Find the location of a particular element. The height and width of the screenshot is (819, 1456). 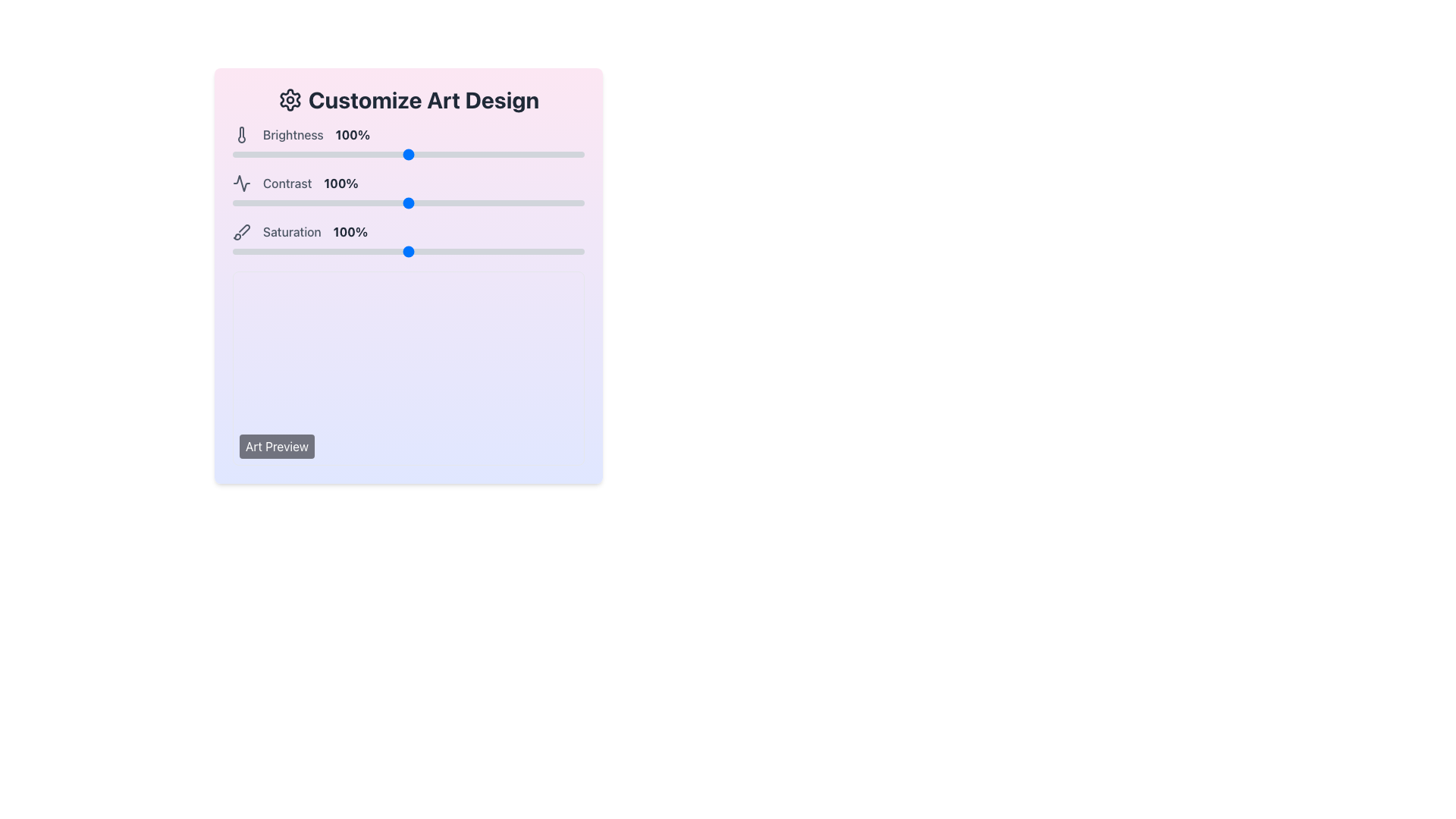

the saturation is located at coordinates (494, 250).